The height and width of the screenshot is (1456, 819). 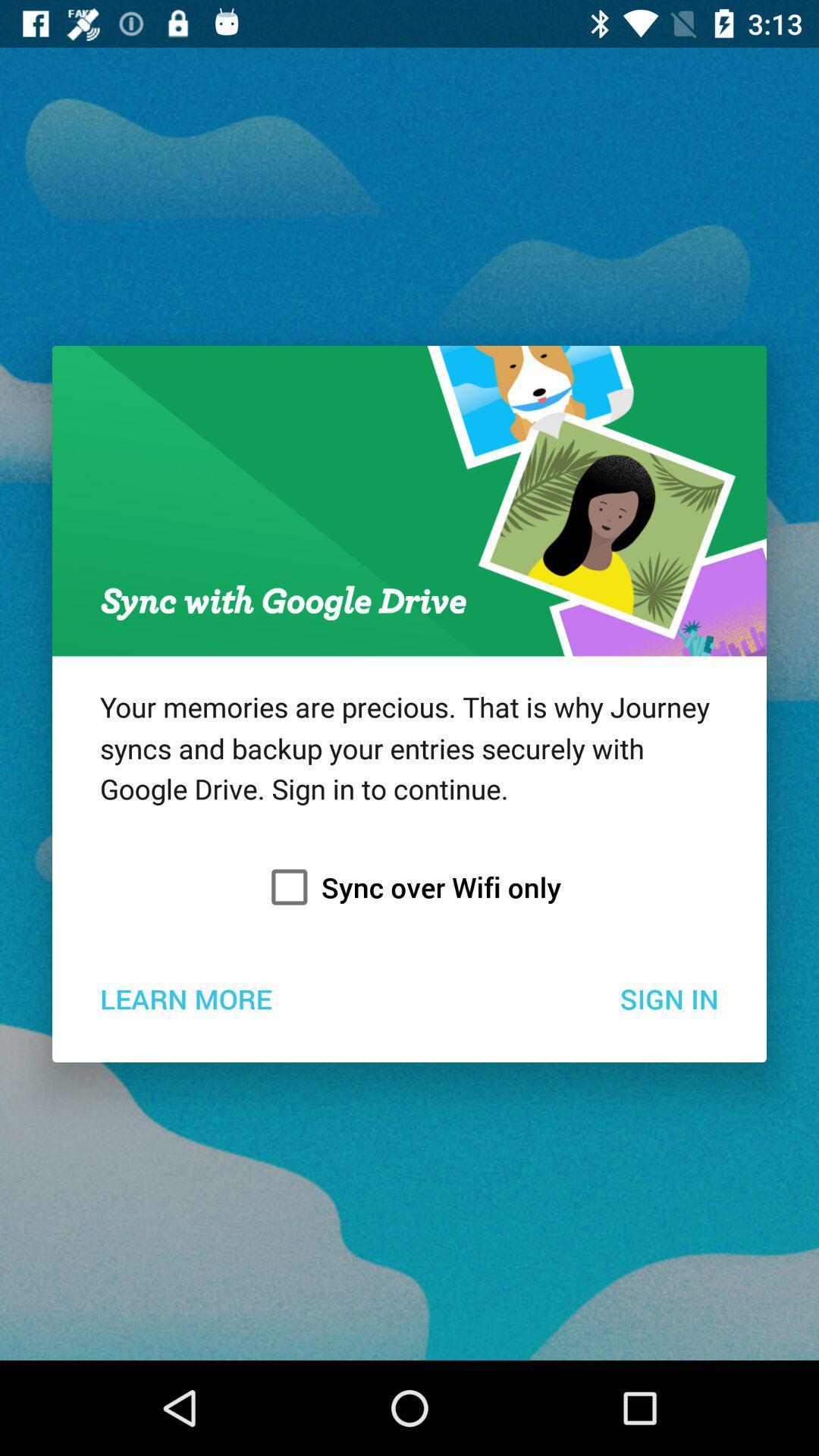 What do you see at coordinates (185, 998) in the screenshot?
I see `icon next to the sign in item` at bounding box center [185, 998].